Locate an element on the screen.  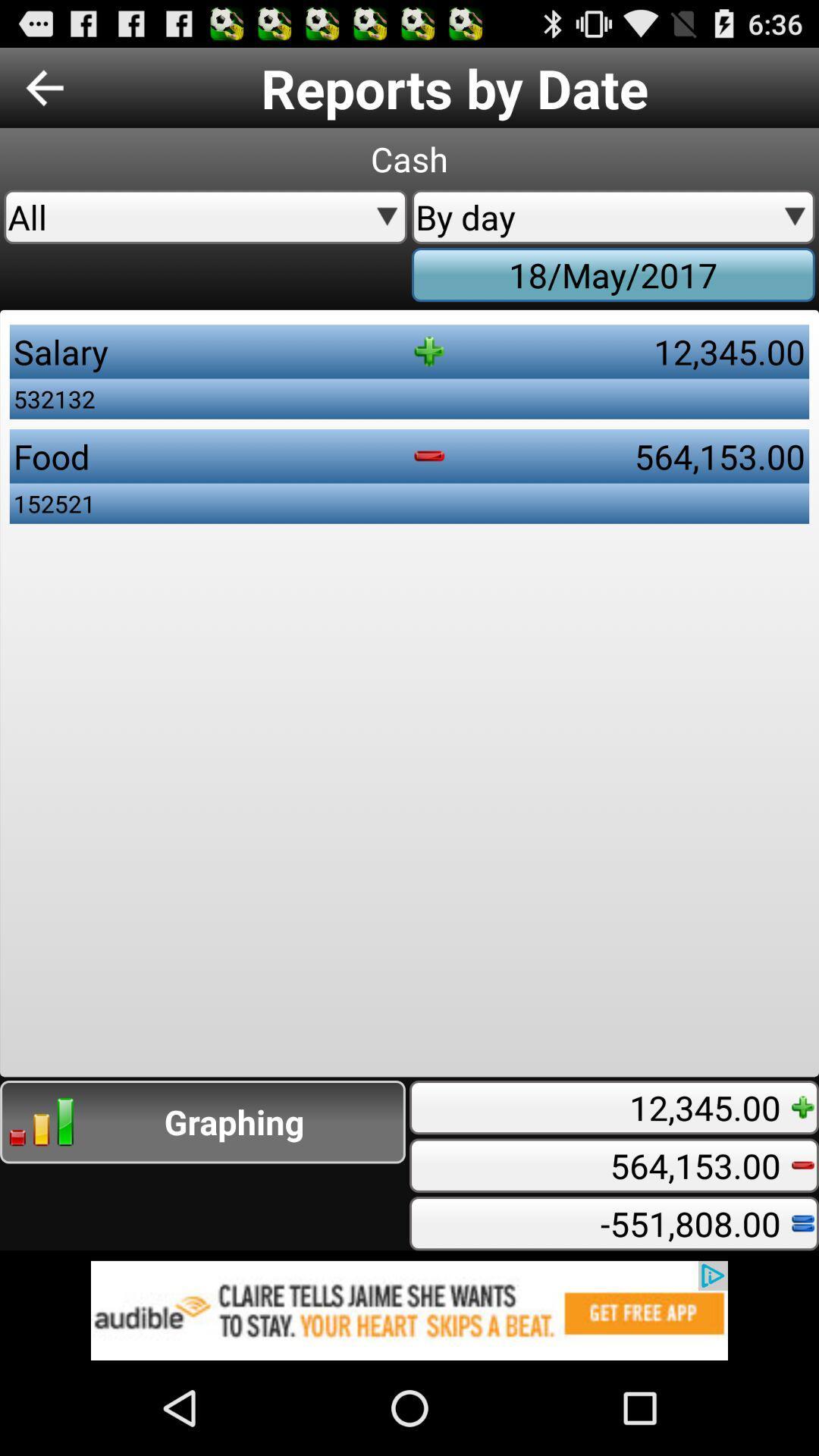
the arrow_backward icon is located at coordinates (44, 93).